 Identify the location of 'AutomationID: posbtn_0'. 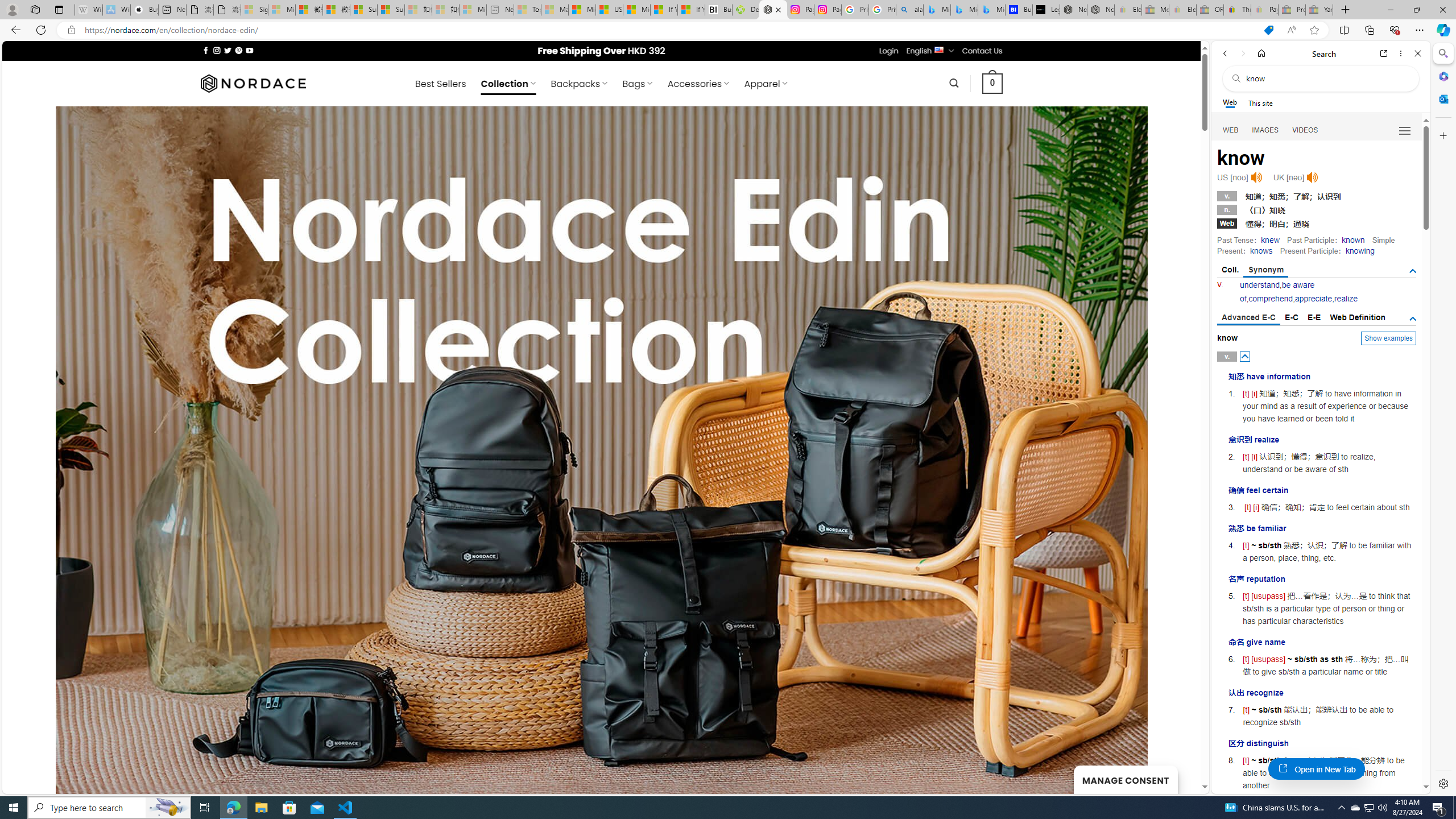
(1245, 357).